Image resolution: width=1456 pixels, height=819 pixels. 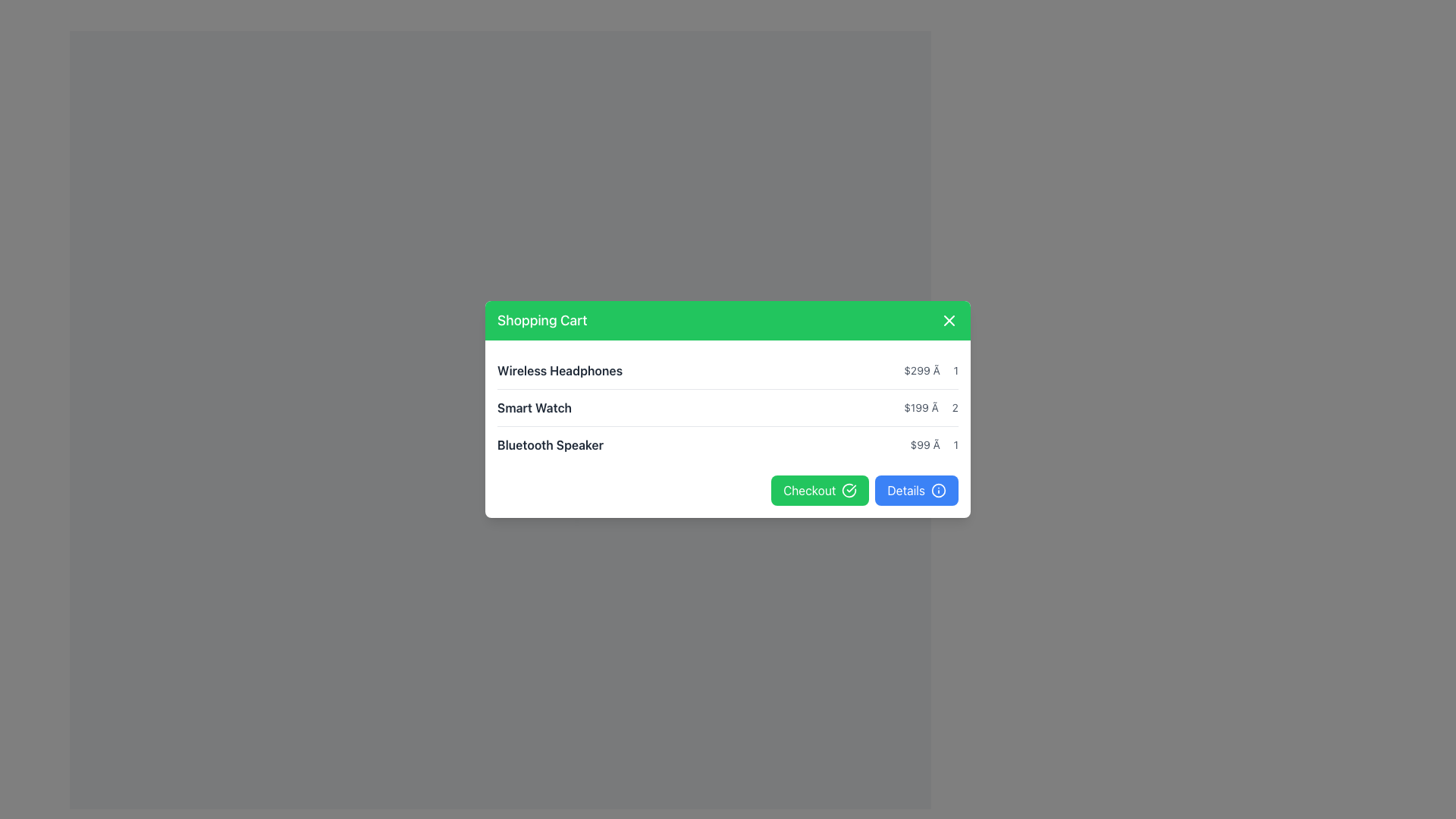 I want to click on the icon associated with the 'Details' button, which is the second element located to the right of the text 'Details' in the bottom-right corner of the modal window, so click(x=938, y=491).